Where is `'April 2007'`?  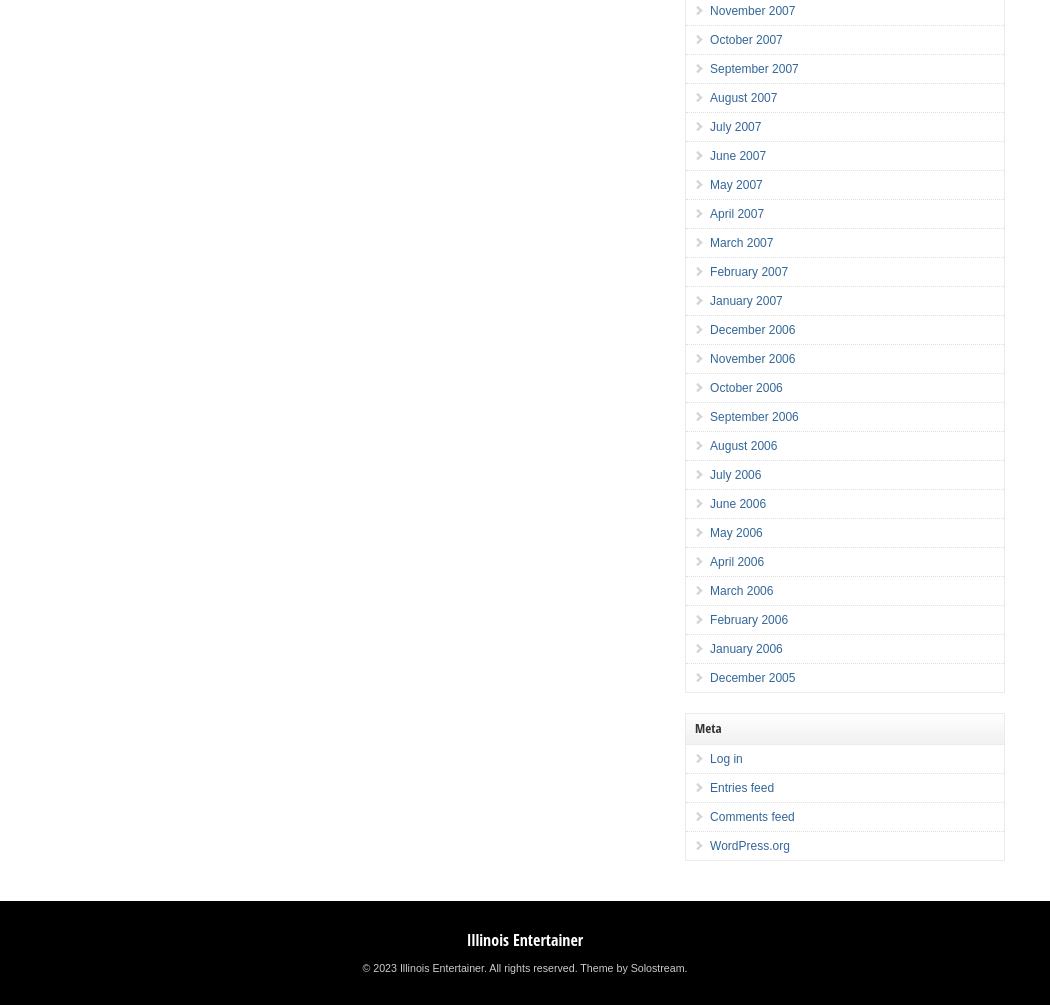 'April 2007' is located at coordinates (735, 212).